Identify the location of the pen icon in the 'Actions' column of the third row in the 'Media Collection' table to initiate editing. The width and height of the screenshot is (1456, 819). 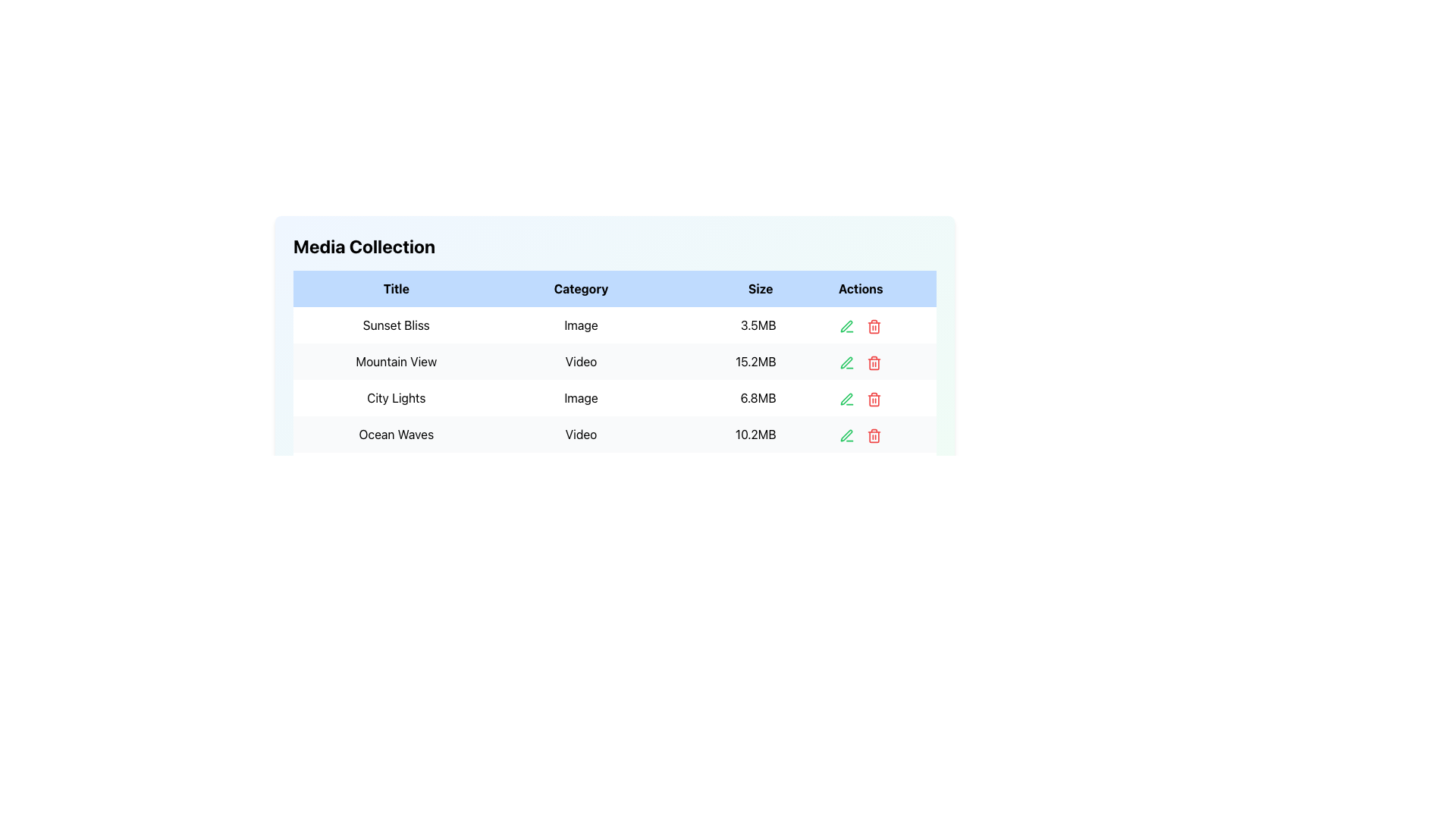
(846, 397).